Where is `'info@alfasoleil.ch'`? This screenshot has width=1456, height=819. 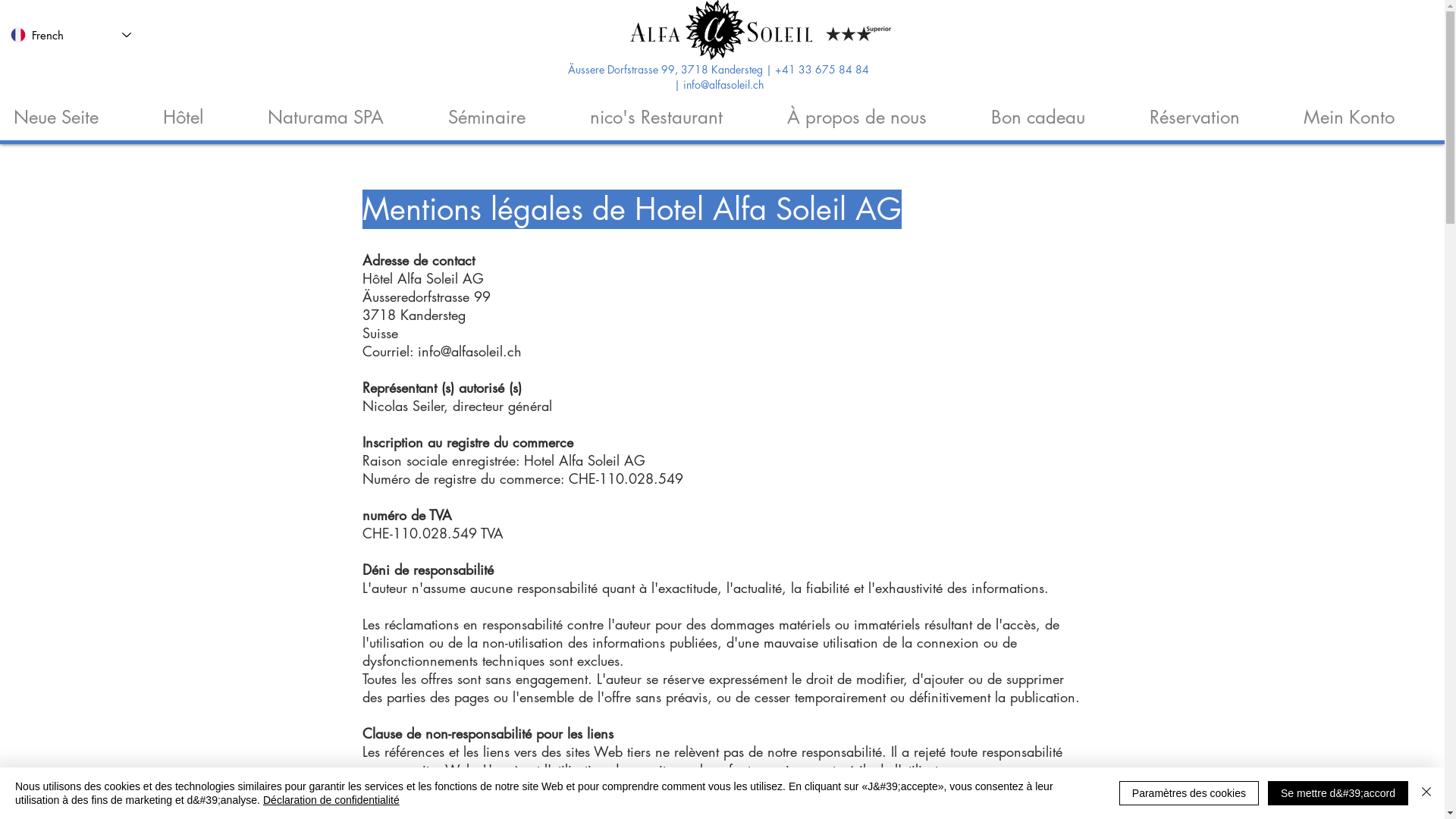
'info@alfasoleil.ch' is located at coordinates (682, 86).